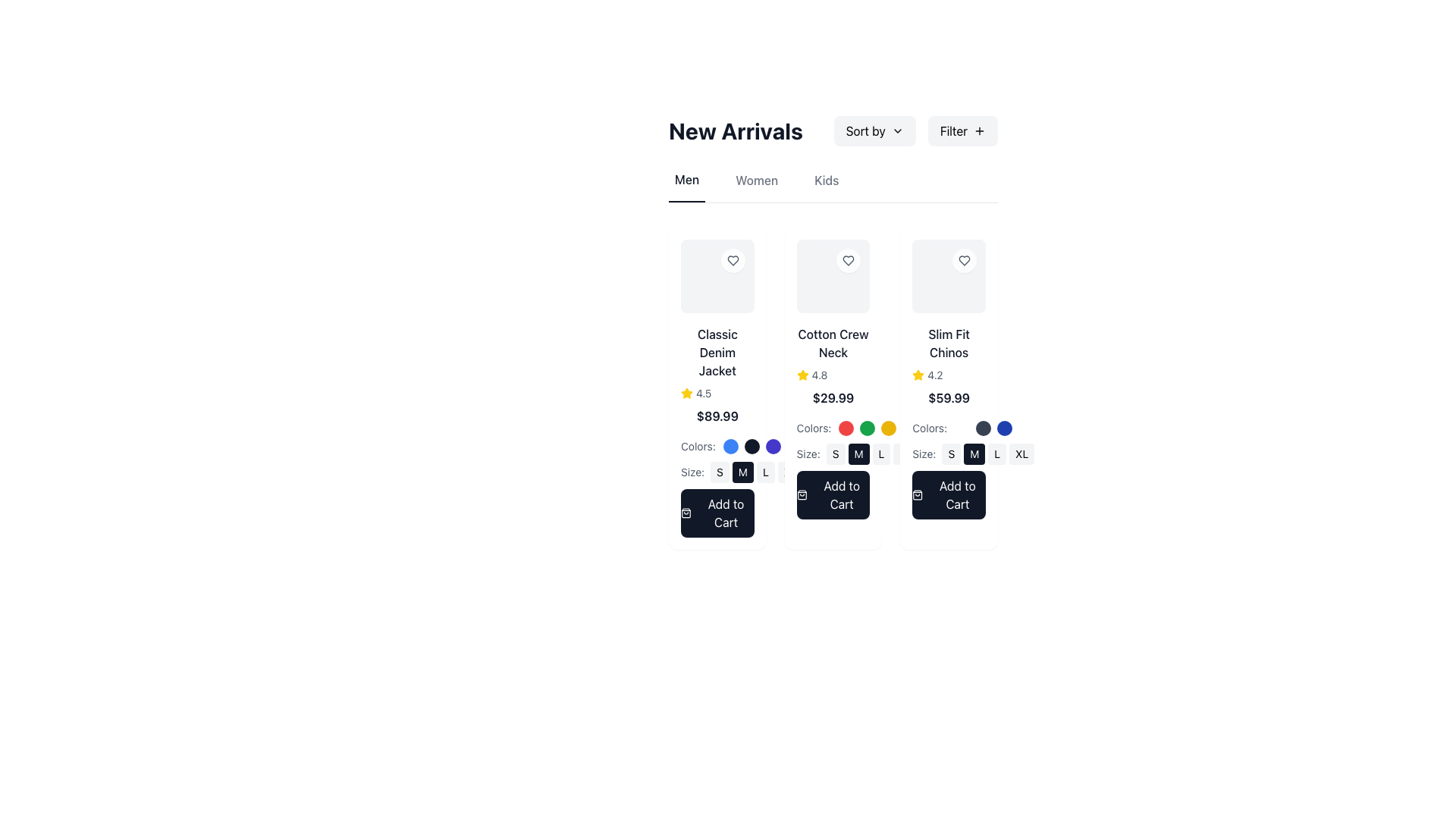 The image size is (1456, 819). Describe the element at coordinates (984, 428) in the screenshot. I see `the second circular icon with a dark gray background and a white border in the 'Colors:' section below the product titled 'Slim Fit Chinos'` at that location.